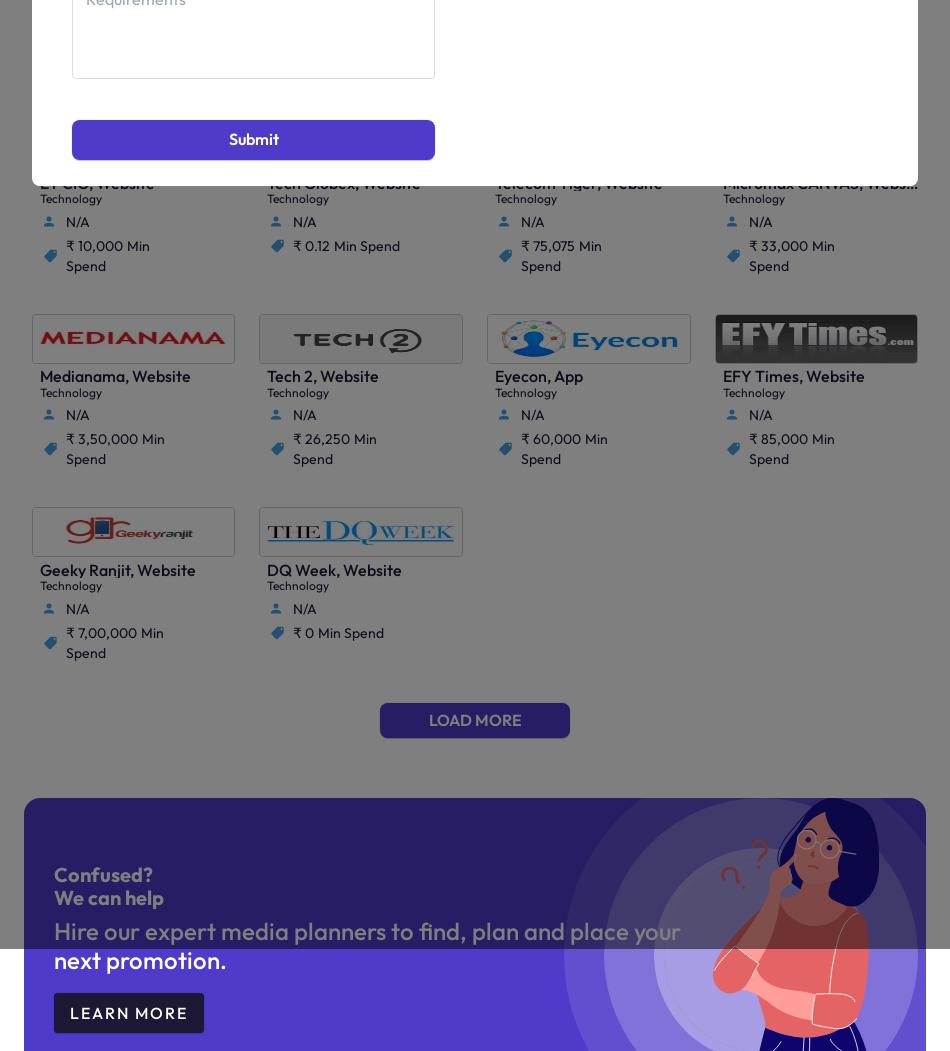 This screenshot has width=950, height=1051. What do you see at coordinates (473, 719) in the screenshot?
I see `'LOAD MORE'` at bounding box center [473, 719].